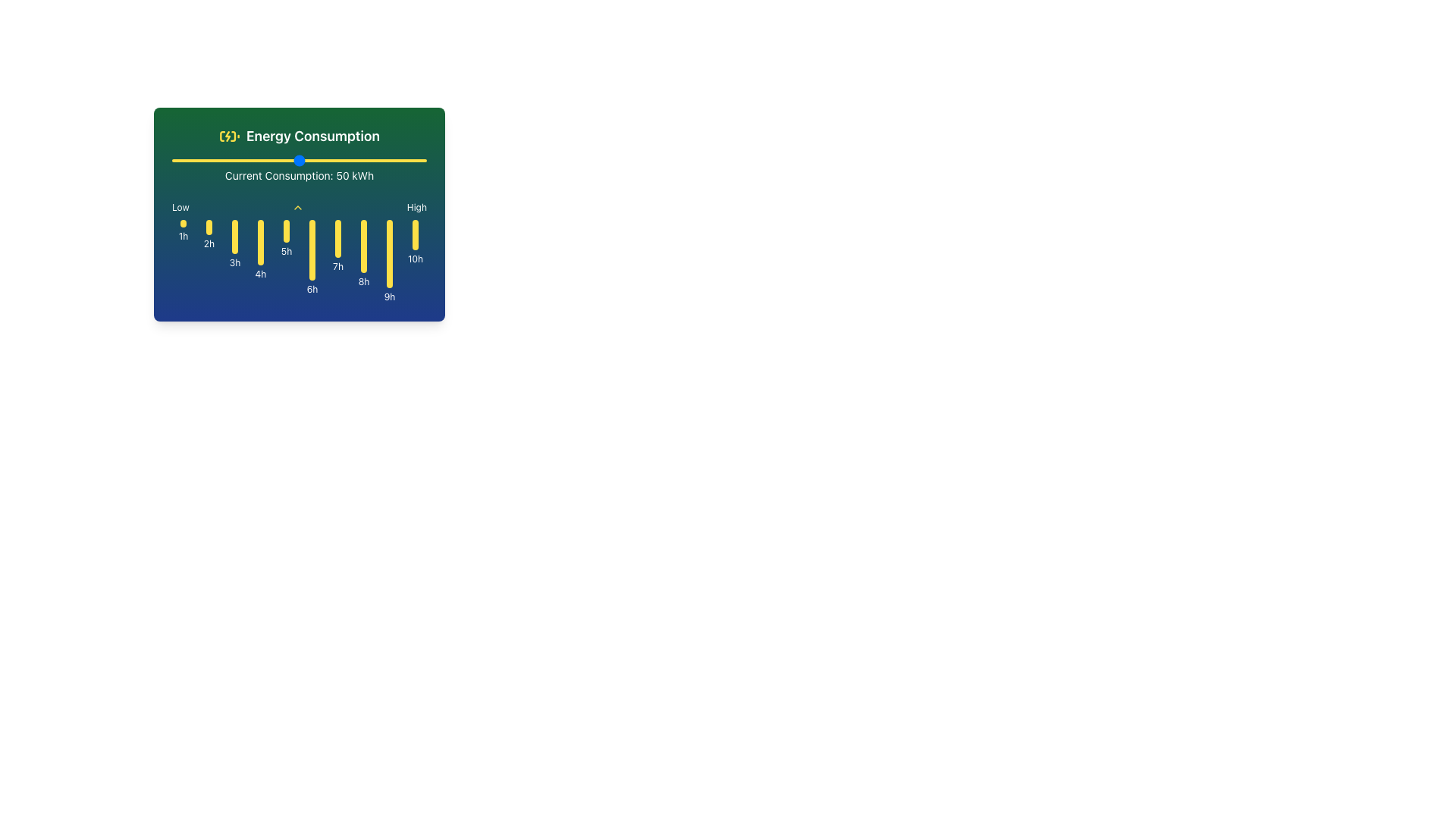 Image resolution: width=1456 pixels, height=819 pixels. Describe the element at coordinates (287, 250) in the screenshot. I see `text label that indicates the 5th hour data point in the graph, which is positioned beneath the corresponding yellow bar for that hour` at that location.